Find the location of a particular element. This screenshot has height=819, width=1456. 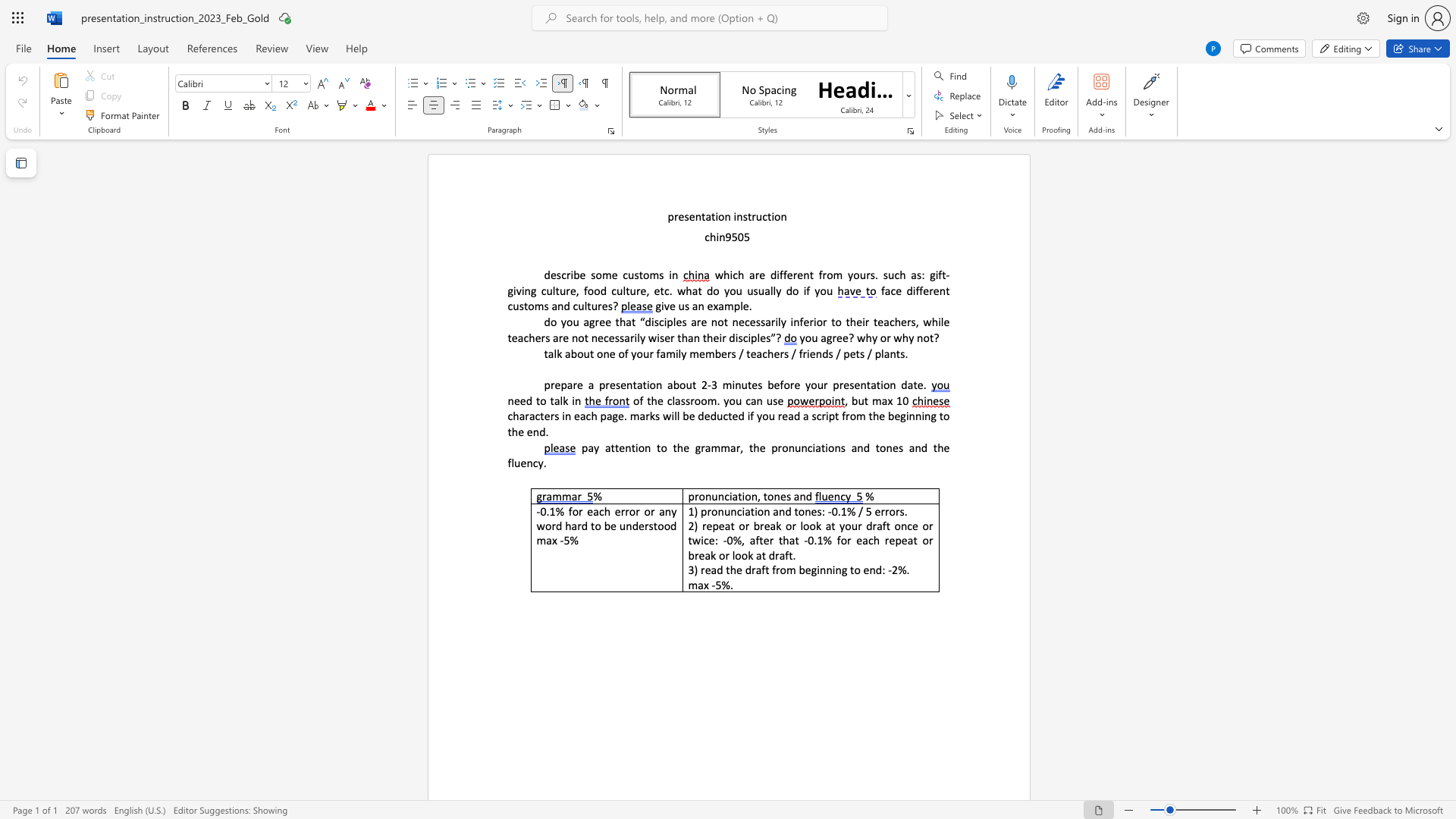

the subset text "nes: -0.1% / 5" within the text "1) pronunciation and tones: -0.1% / 5 errors." is located at coordinates (804, 511).